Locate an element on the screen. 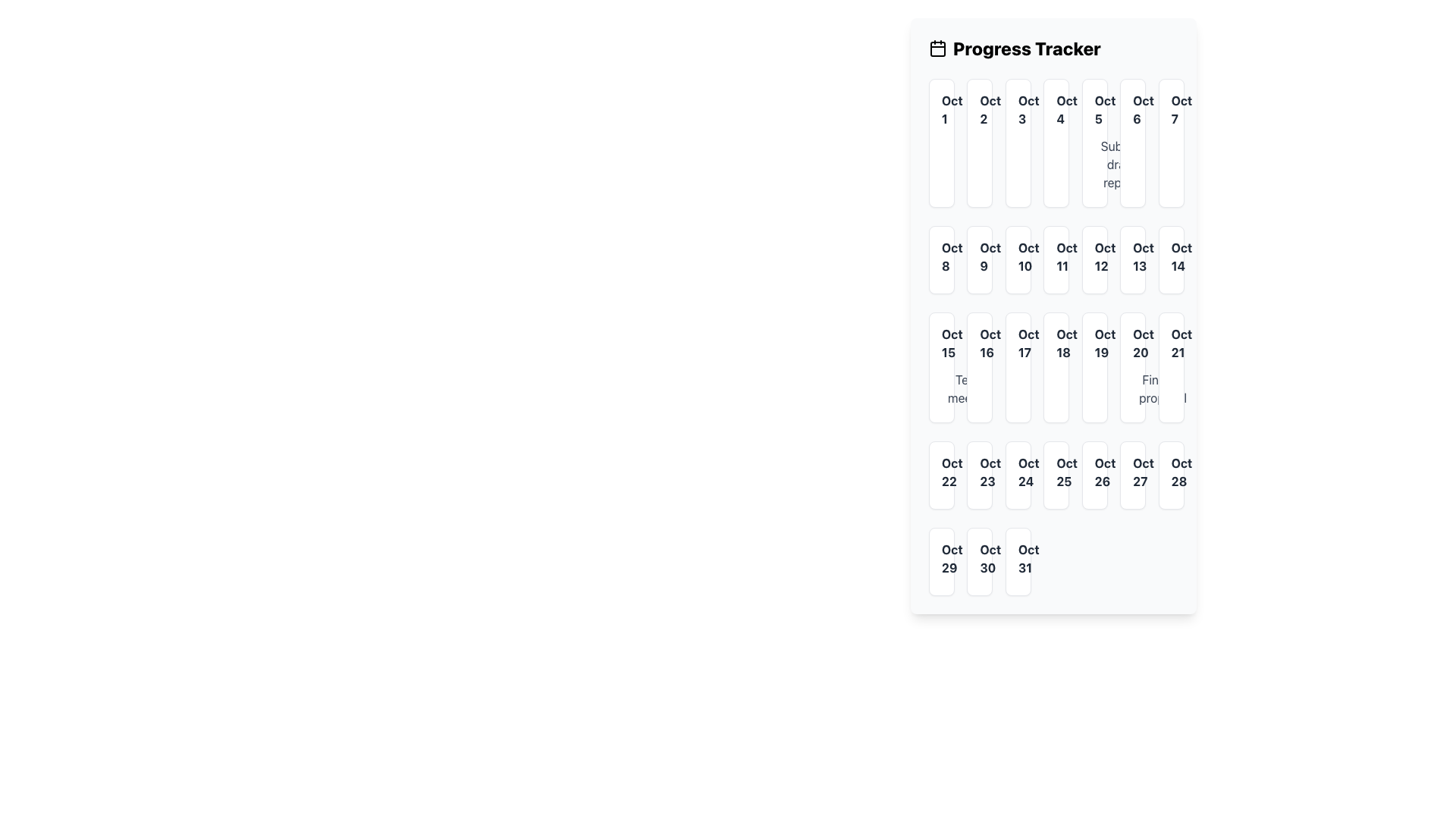 This screenshot has height=819, width=1456. the static label UI component displaying the date 'Oct 26', which is located in the sixth column of the fourth row in the 'Progress Tracker' grid layout is located at coordinates (1094, 475).